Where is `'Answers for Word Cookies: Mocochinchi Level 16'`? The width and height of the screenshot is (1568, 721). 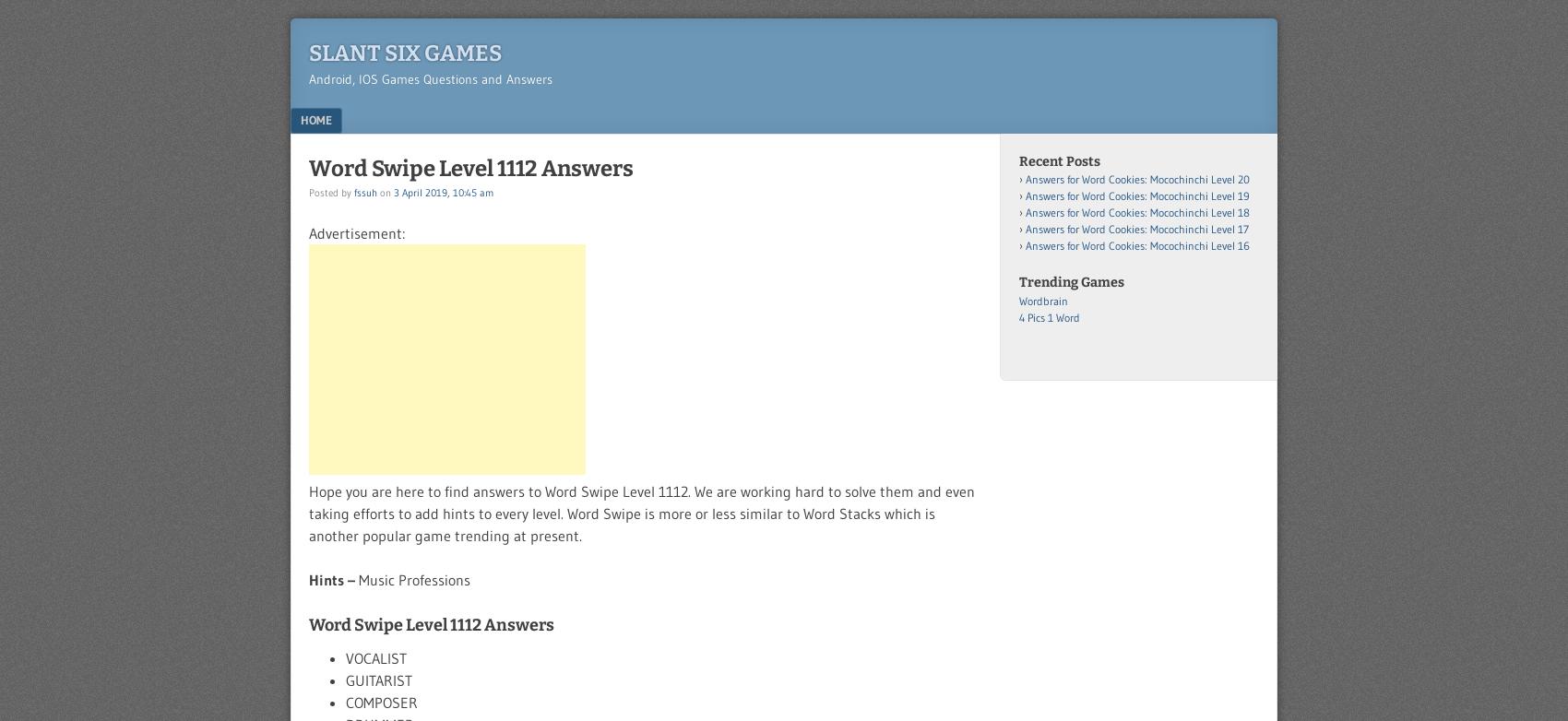
'Answers for Word Cookies: Mocochinchi Level 16' is located at coordinates (1136, 244).